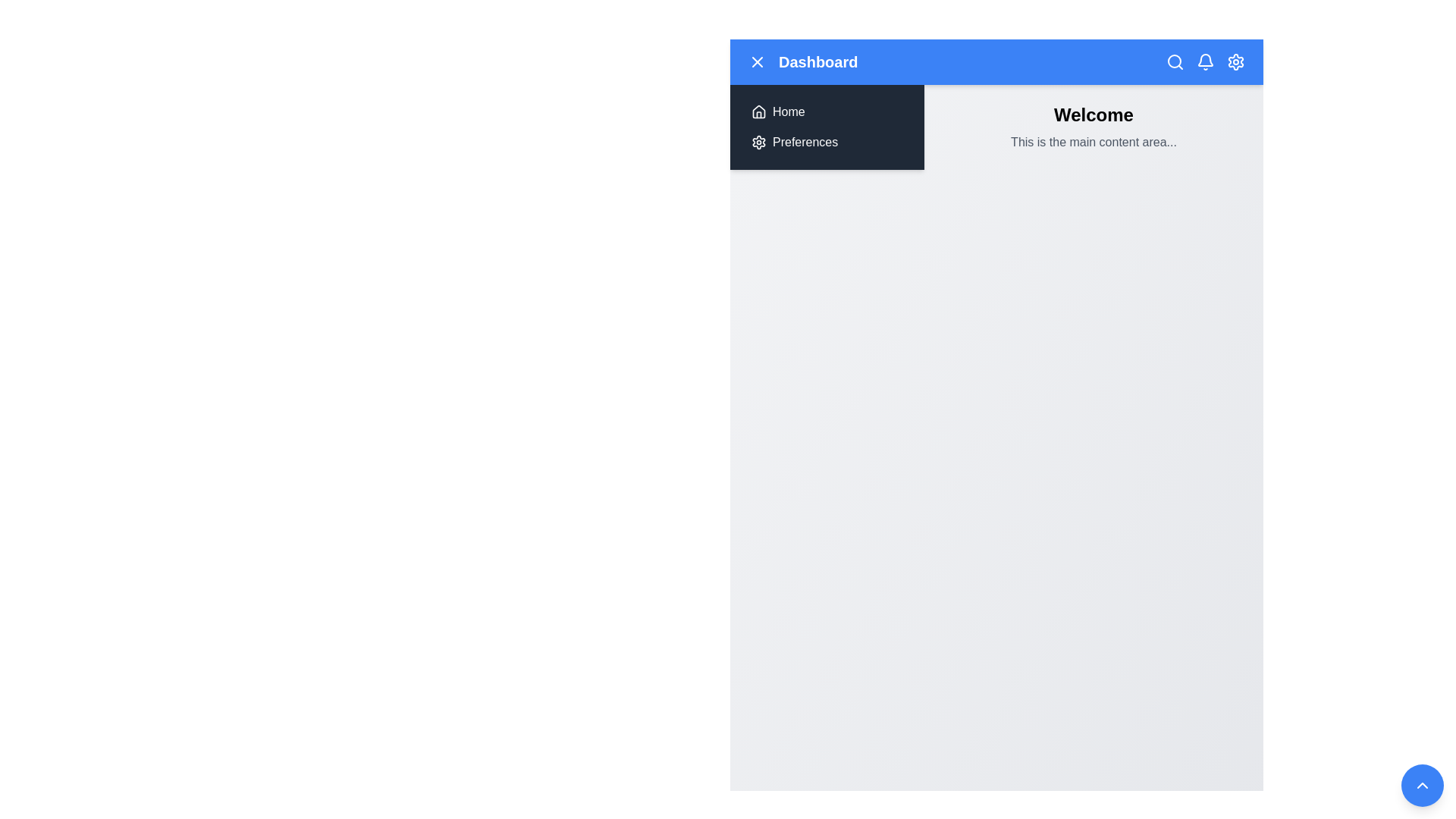  What do you see at coordinates (789, 111) in the screenshot?
I see `the 'Home' Text Label, which is located within the vertical navigation menu on the left side of the interface, situated below a house icon and above the 'Preferences' entry` at bounding box center [789, 111].